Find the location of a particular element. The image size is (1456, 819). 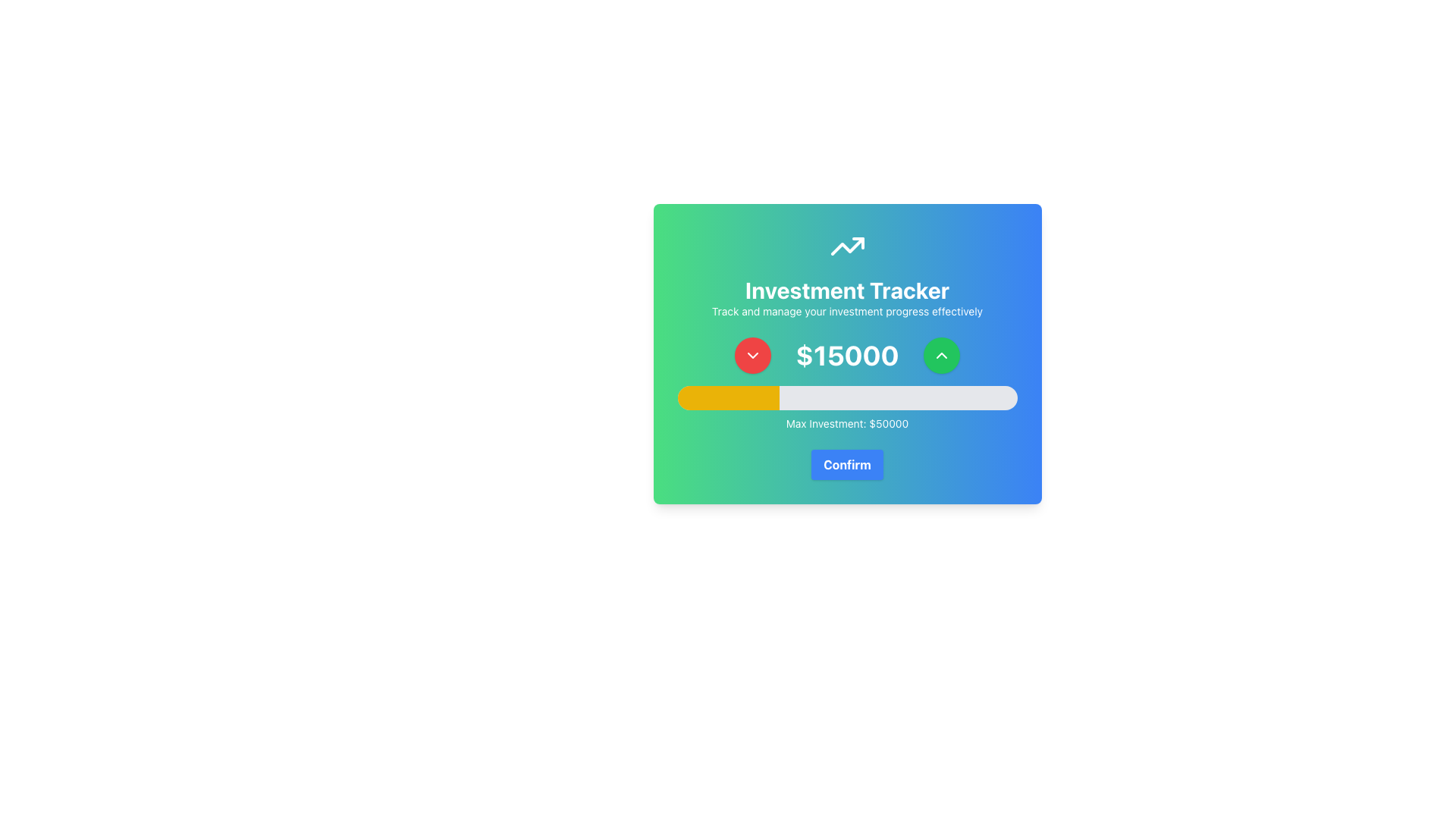

progress is located at coordinates (728, 397).